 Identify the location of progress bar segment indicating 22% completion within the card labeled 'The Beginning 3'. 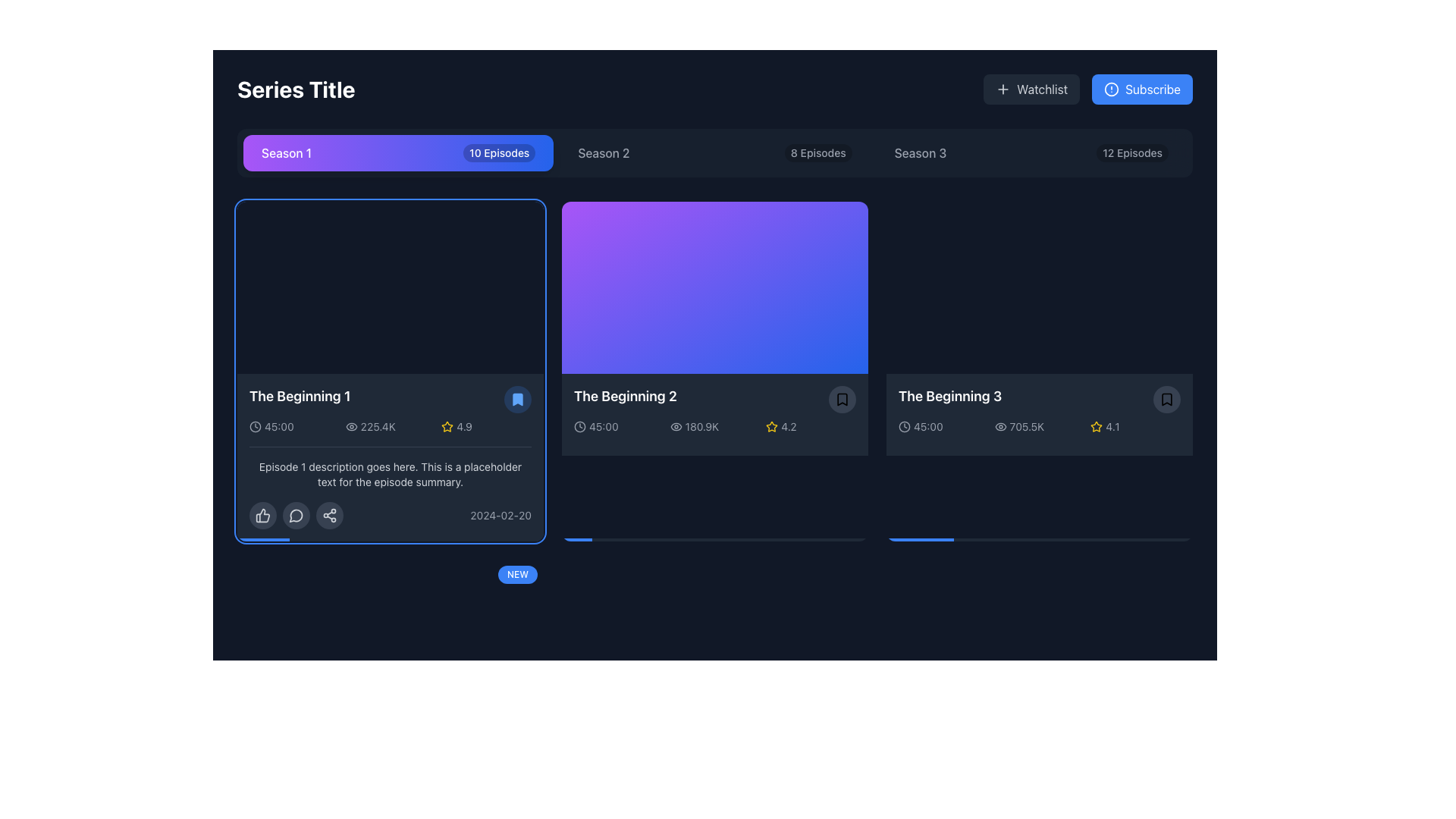
(919, 539).